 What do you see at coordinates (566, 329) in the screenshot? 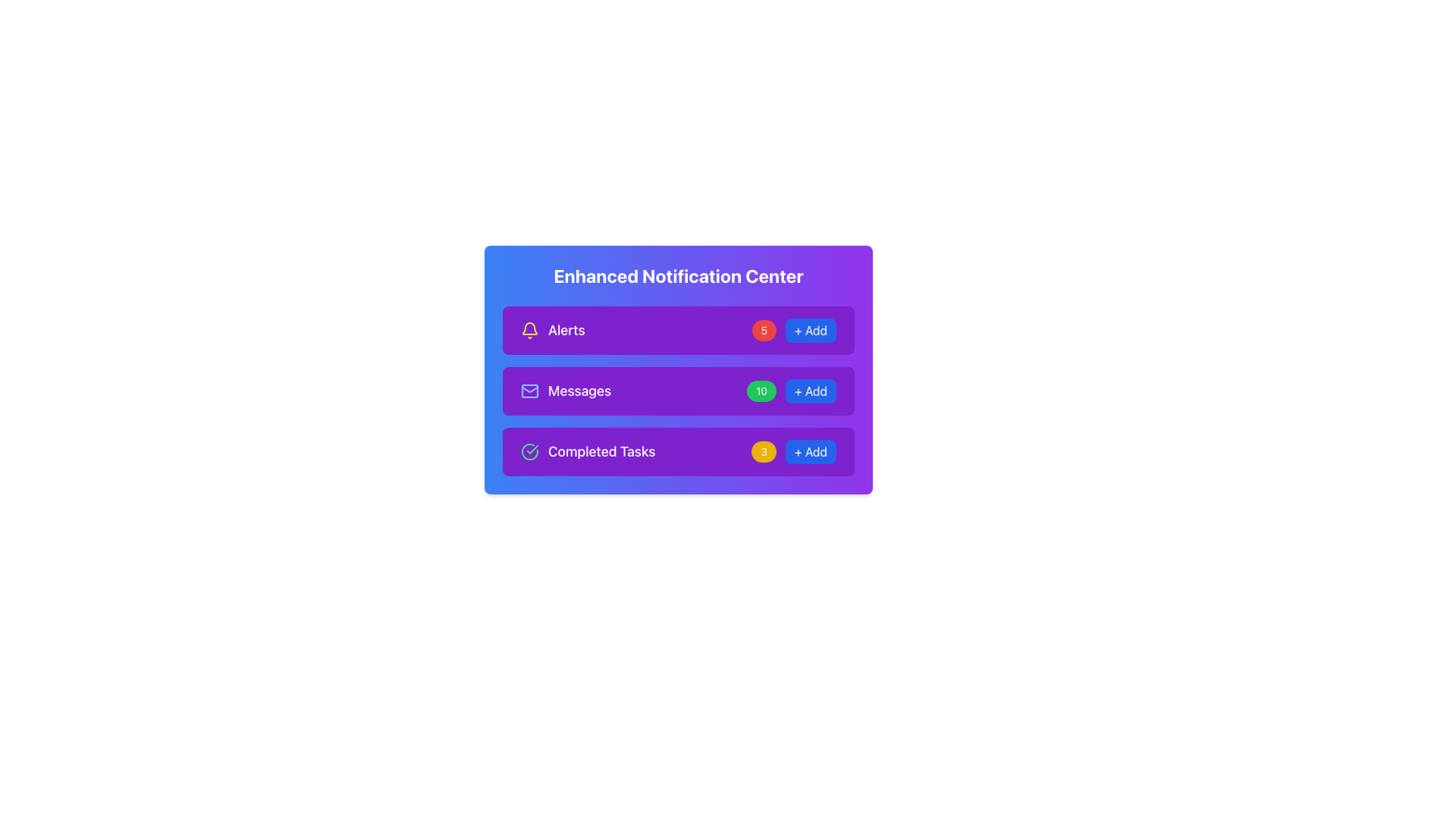
I see `text from the 'Alerts' label, which is styled in bold and located in the first row of the notification list below 'Enhanced Notification Center'` at bounding box center [566, 329].